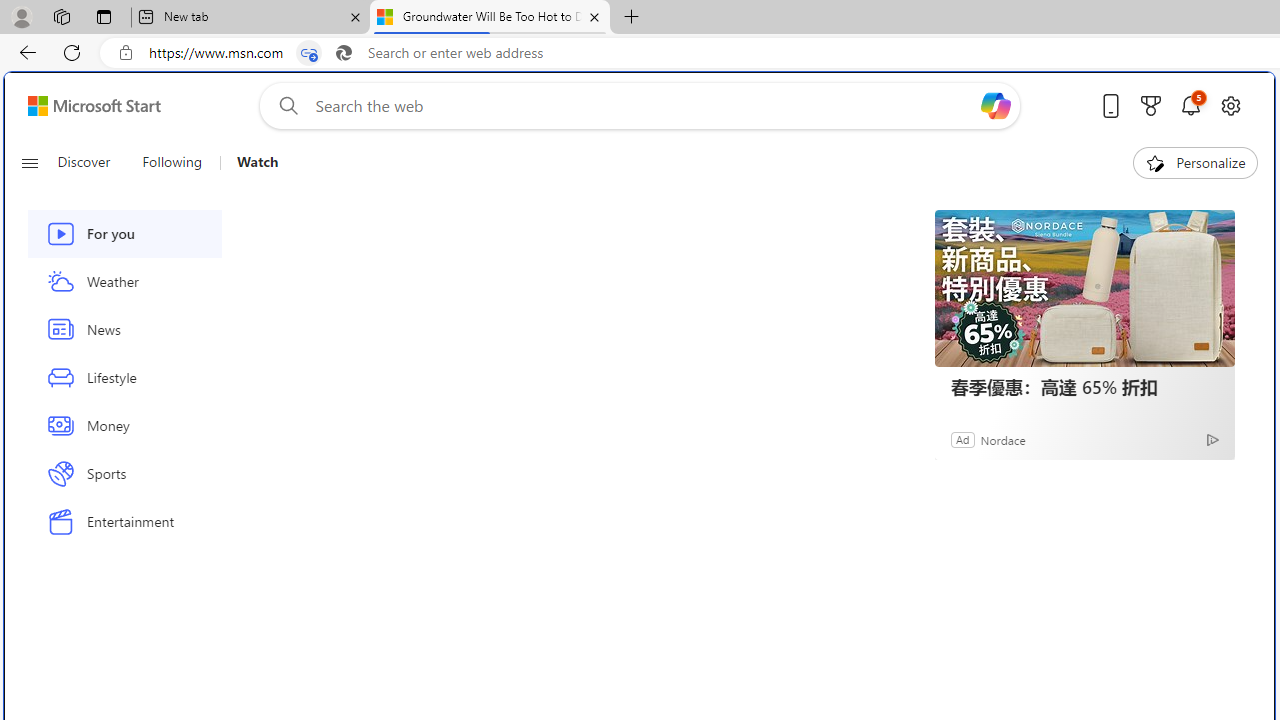  What do you see at coordinates (173, 162) in the screenshot?
I see `'Following'` at bounding box center [173, 162].